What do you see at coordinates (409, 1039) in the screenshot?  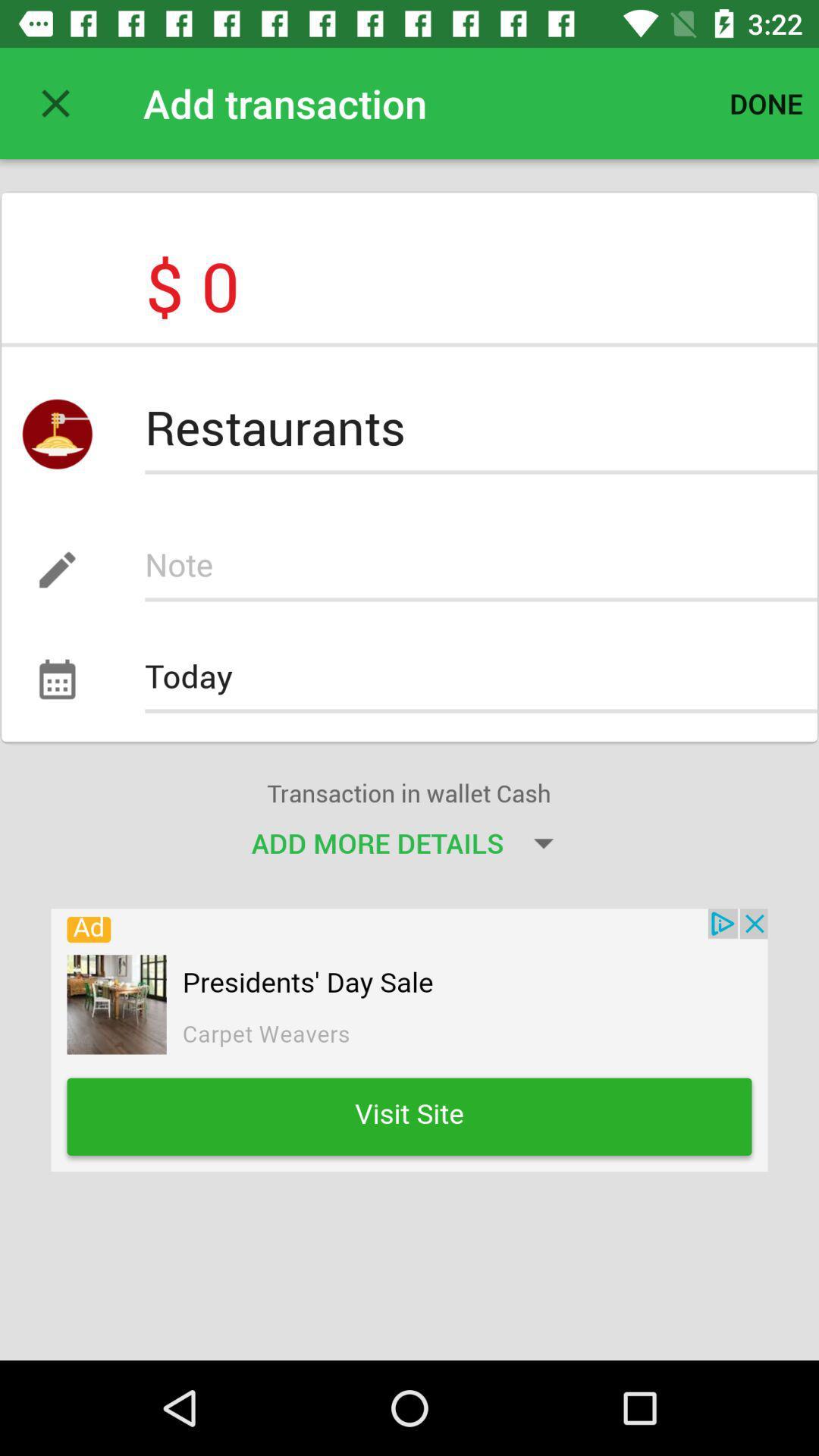 I see `open advertisement` at bounding box center [409, 1039].